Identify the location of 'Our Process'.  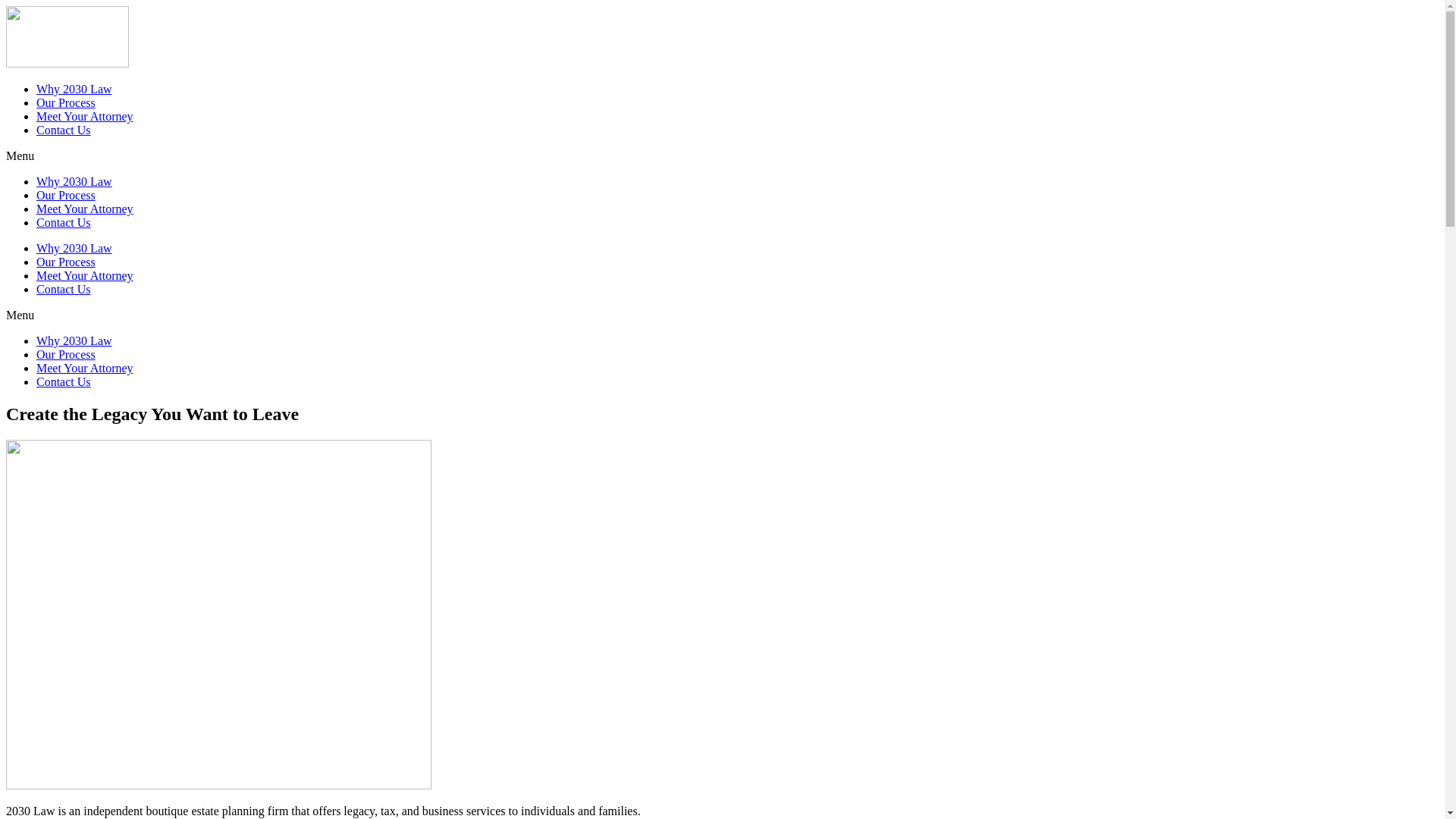
(64, 194).